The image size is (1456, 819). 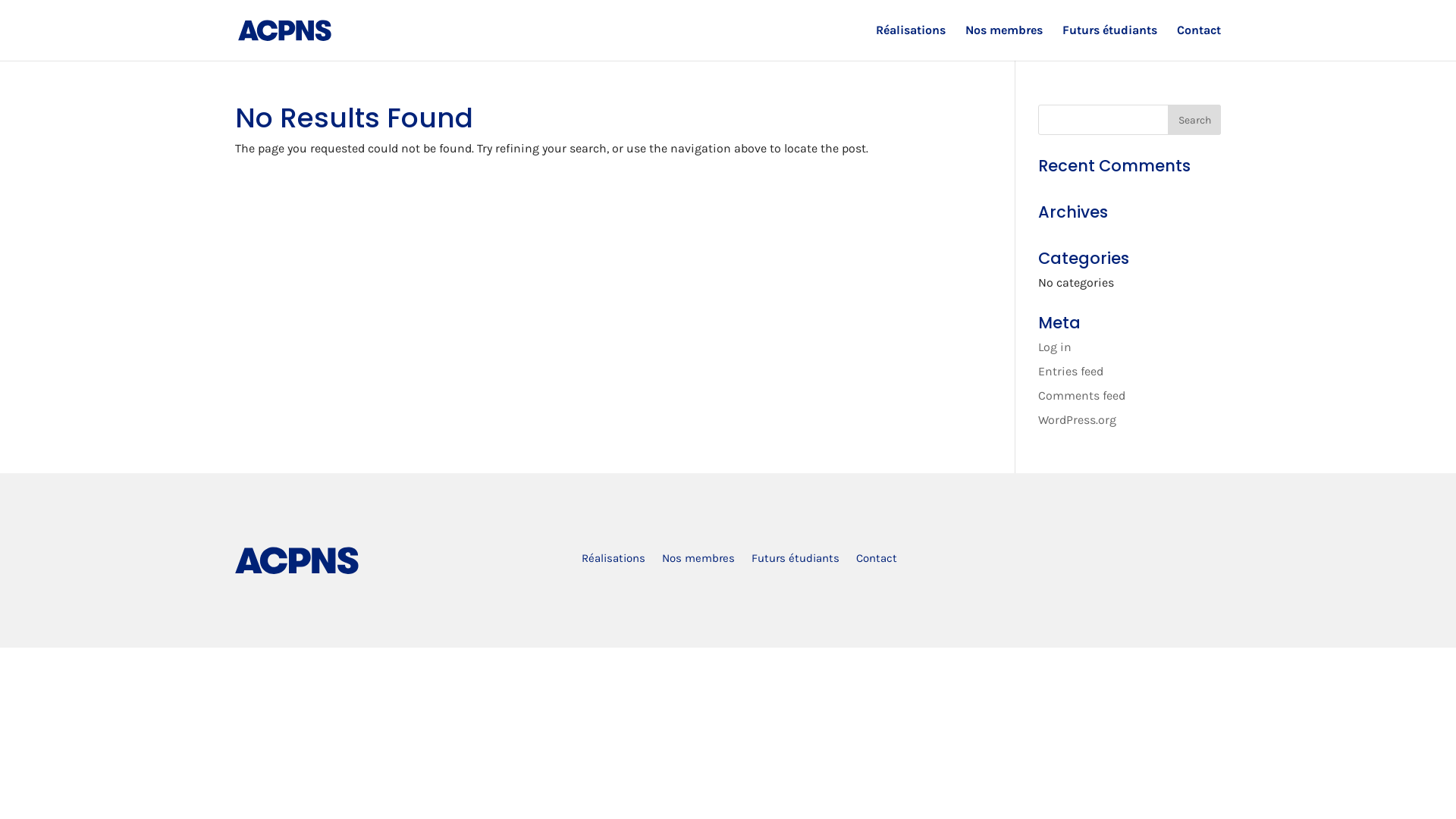 What do you see at coordinates (1081, 394) in the screenshot?
I see `'Comments feed'` at bounding box center [1081, 394].